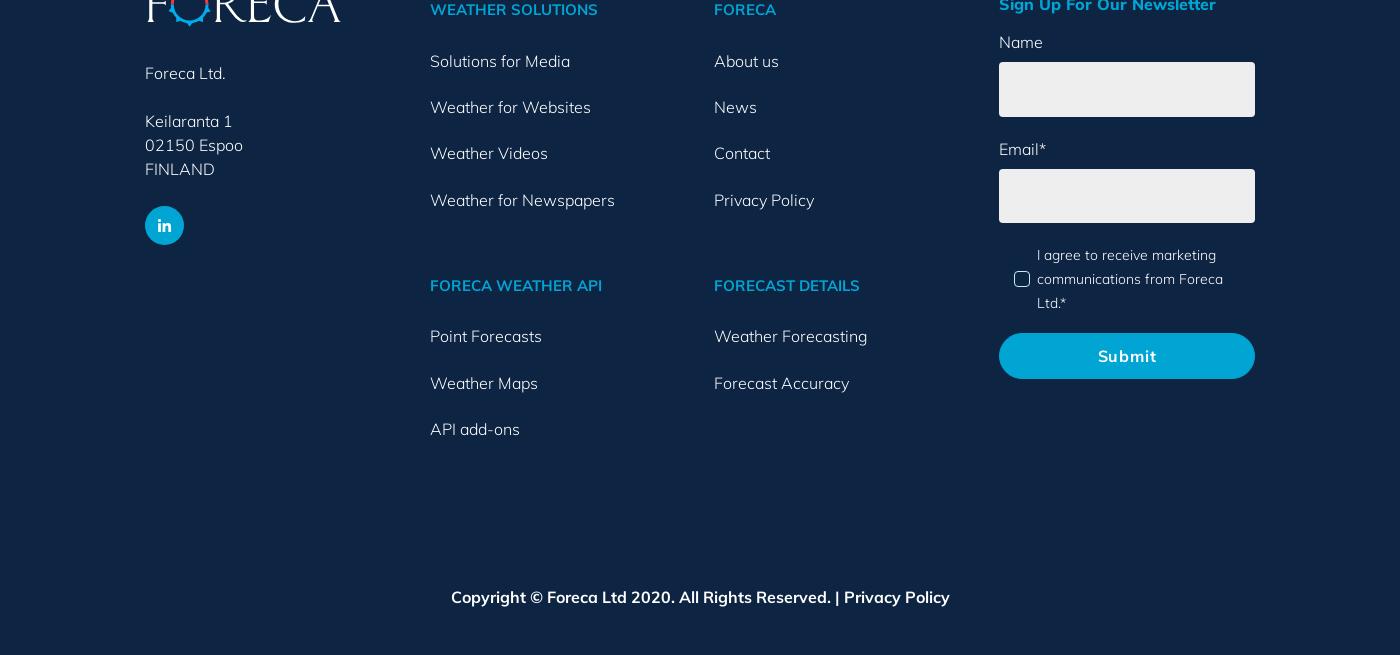 The image size is (1400, 655). Describe the element at coordinates (786, 284) in the screenshot. I see `'FORECAST DETAILS'` at that location.